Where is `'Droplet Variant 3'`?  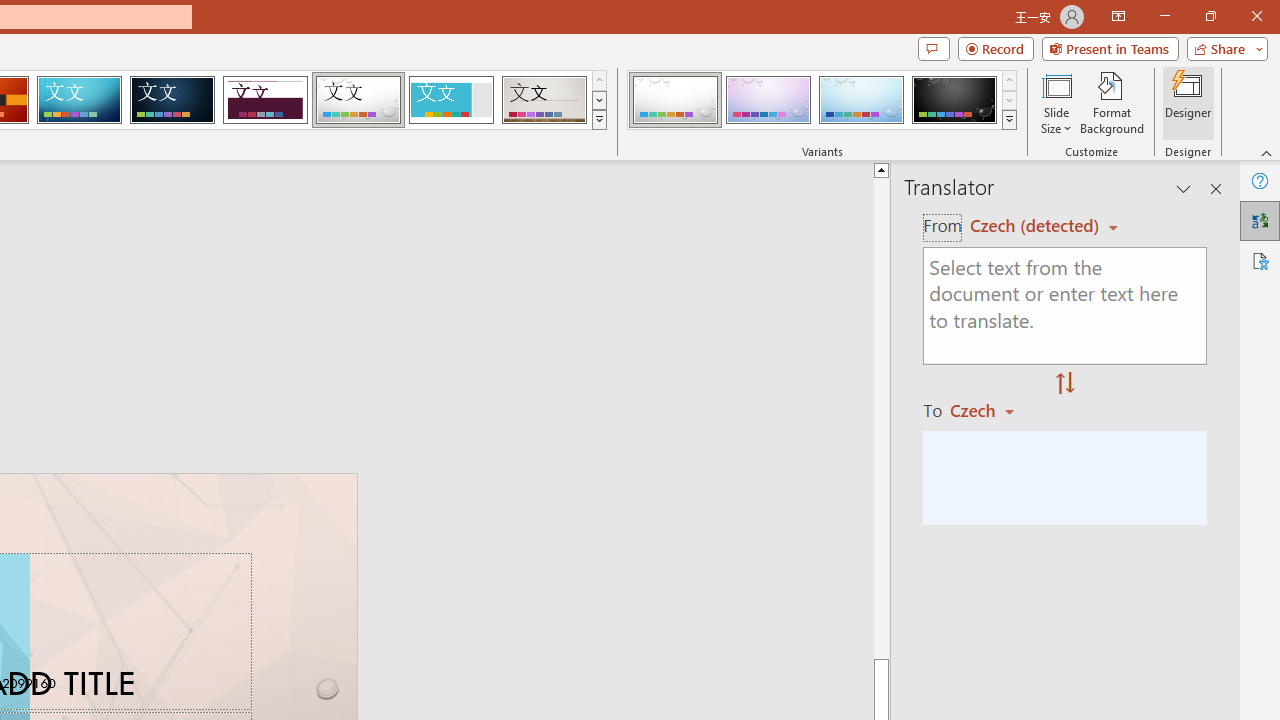
'Droplet Variant 3' is located at coordinates (861, 100).